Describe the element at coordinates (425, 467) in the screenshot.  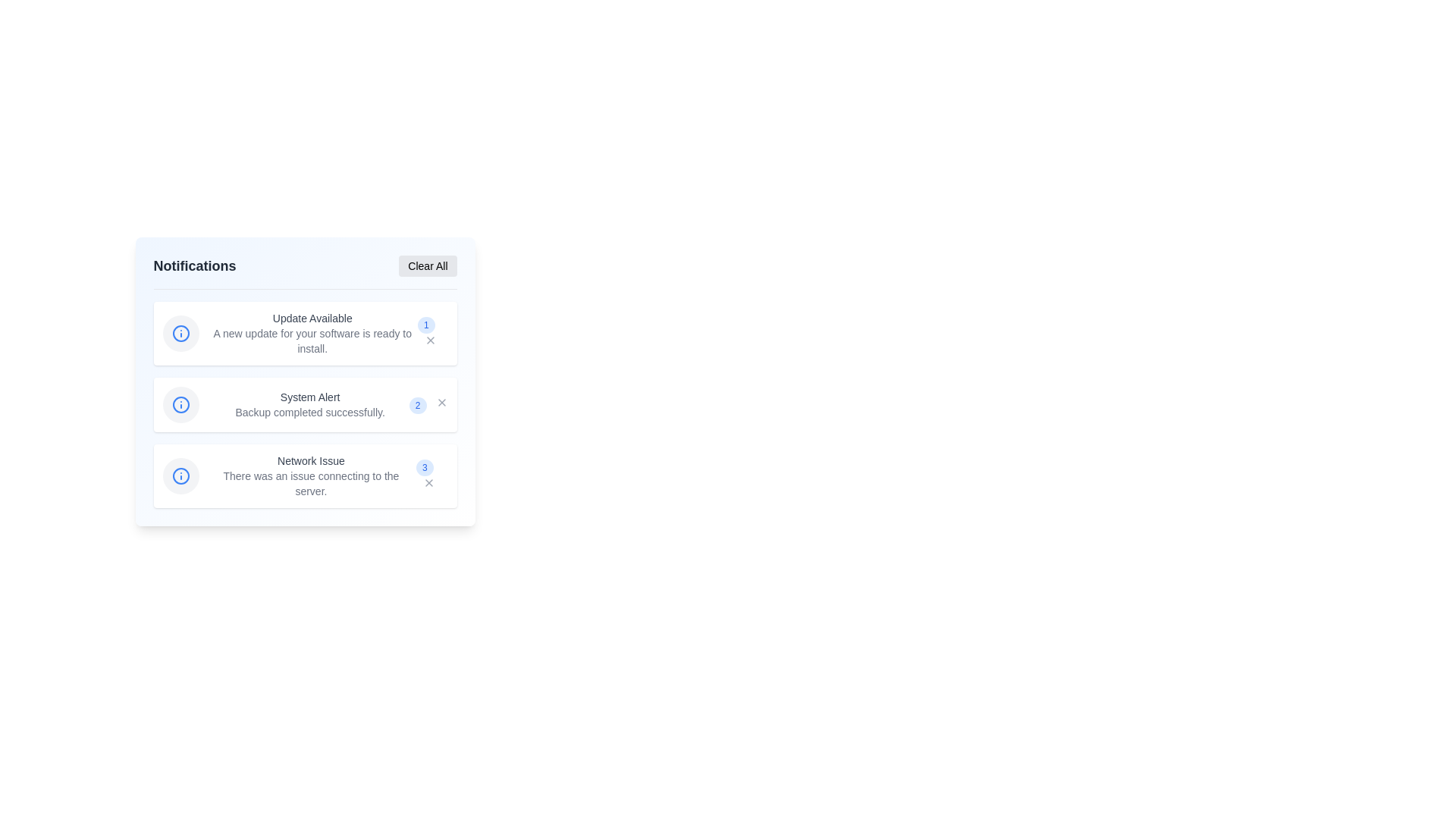
I see `the content of the badge indicating the number of messages or notifications related to the 'Network Issue' notification, located to the right of the corresponding text and below the 'System Alert' and 'Update Available' badges` at that location.